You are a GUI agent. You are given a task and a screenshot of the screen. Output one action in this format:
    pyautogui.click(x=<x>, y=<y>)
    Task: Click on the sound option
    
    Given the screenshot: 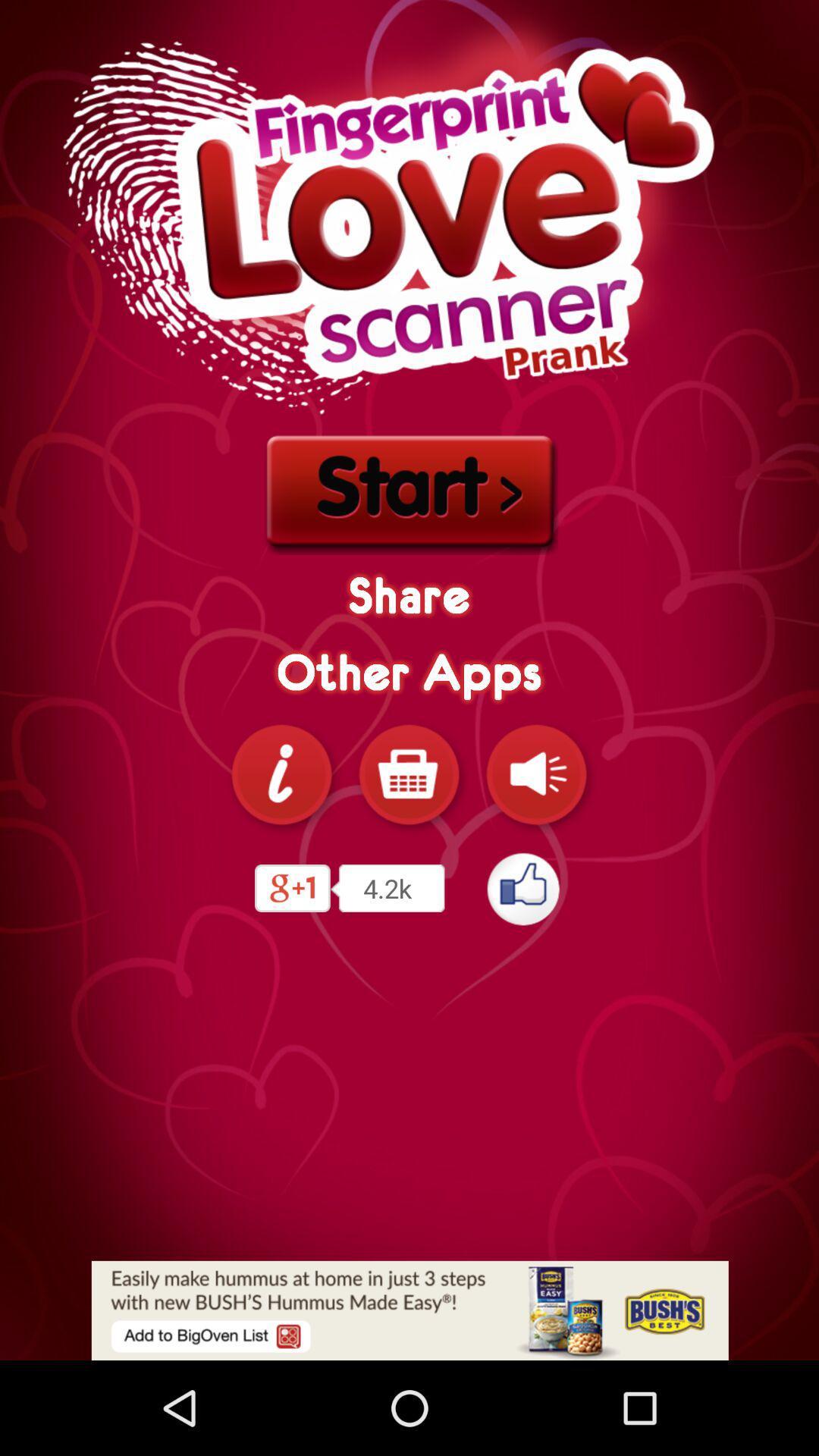 What is the action you would take?
    pyautogui.click(x=536, y=774)
    